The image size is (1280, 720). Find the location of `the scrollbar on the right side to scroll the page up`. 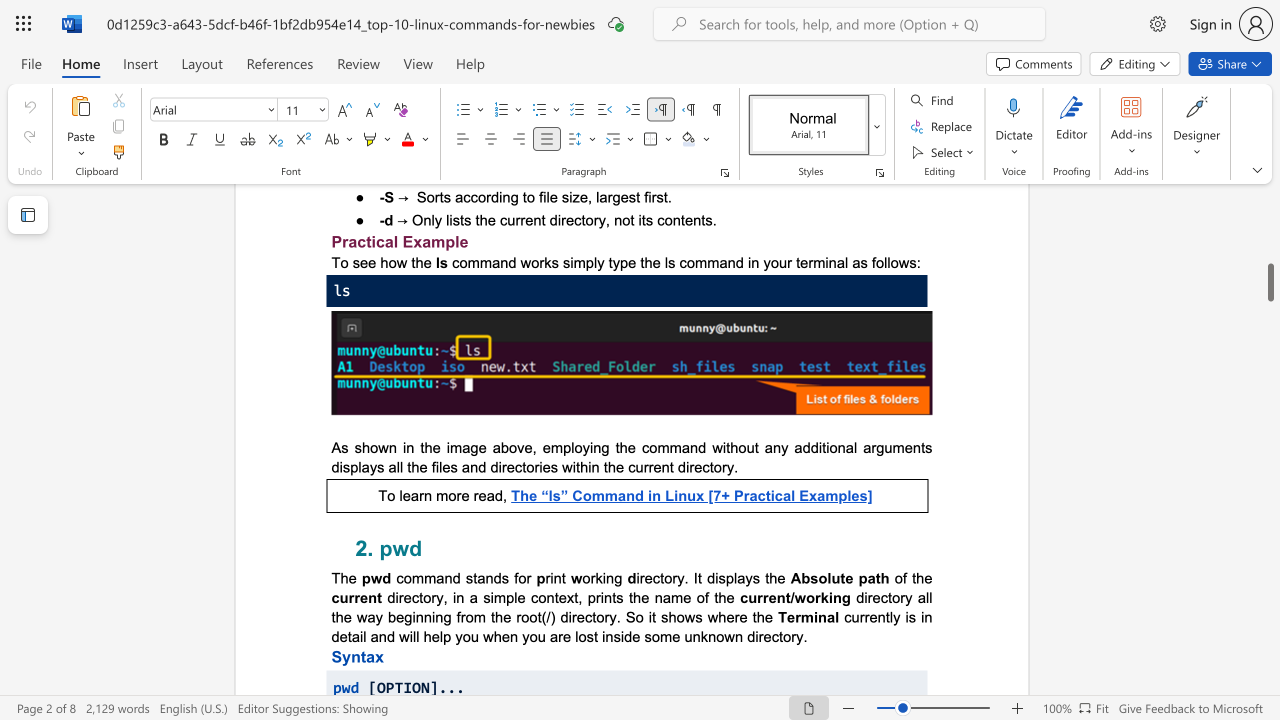

the scrollbar on the right side to scroll the page up is located at coordinates (1269, 438).